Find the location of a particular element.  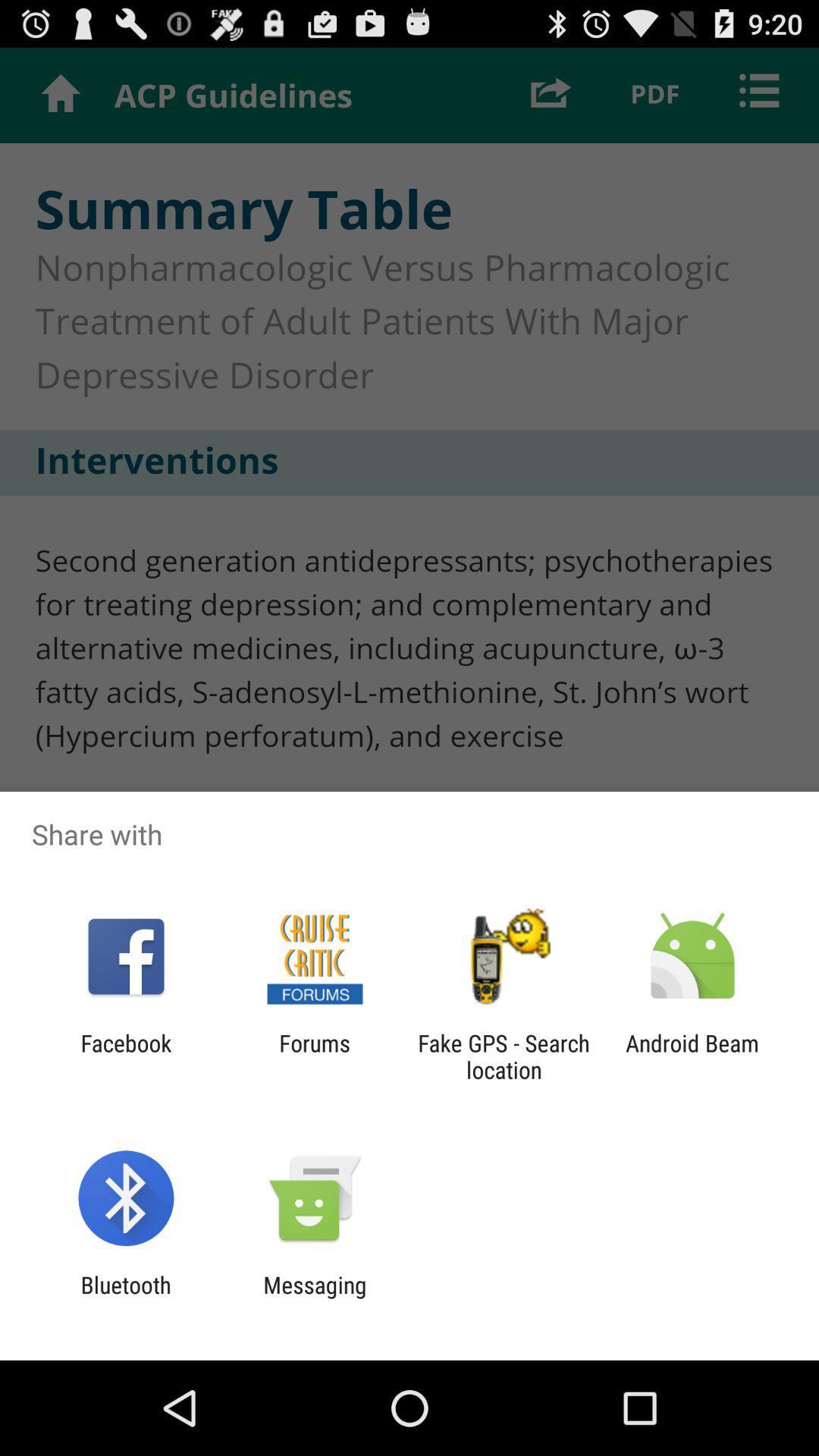

the icon next to the fake gps search is located at coordinates (314, 1056).